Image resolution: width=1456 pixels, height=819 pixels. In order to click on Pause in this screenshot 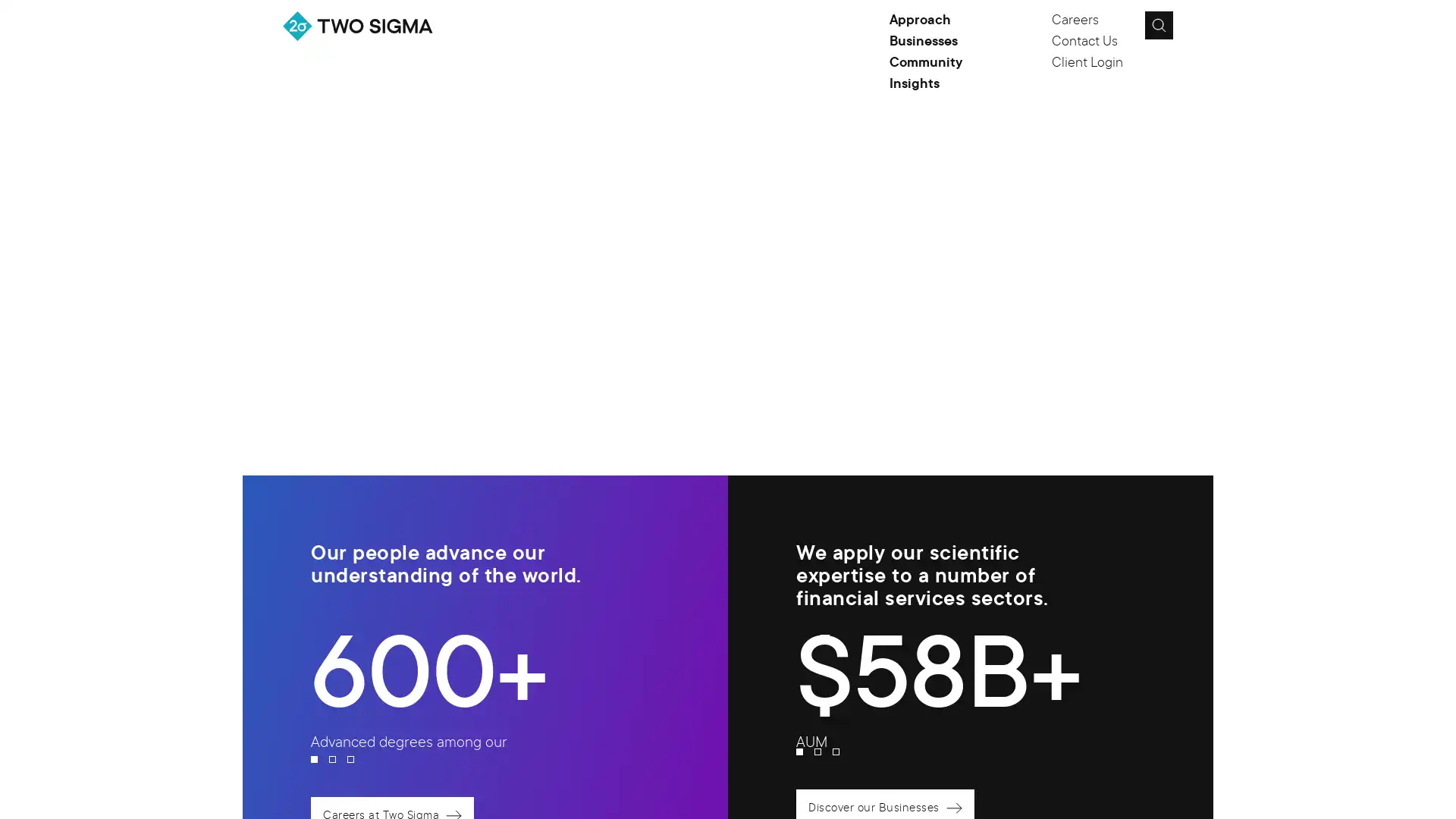, I will do `click(1150, 201)`.